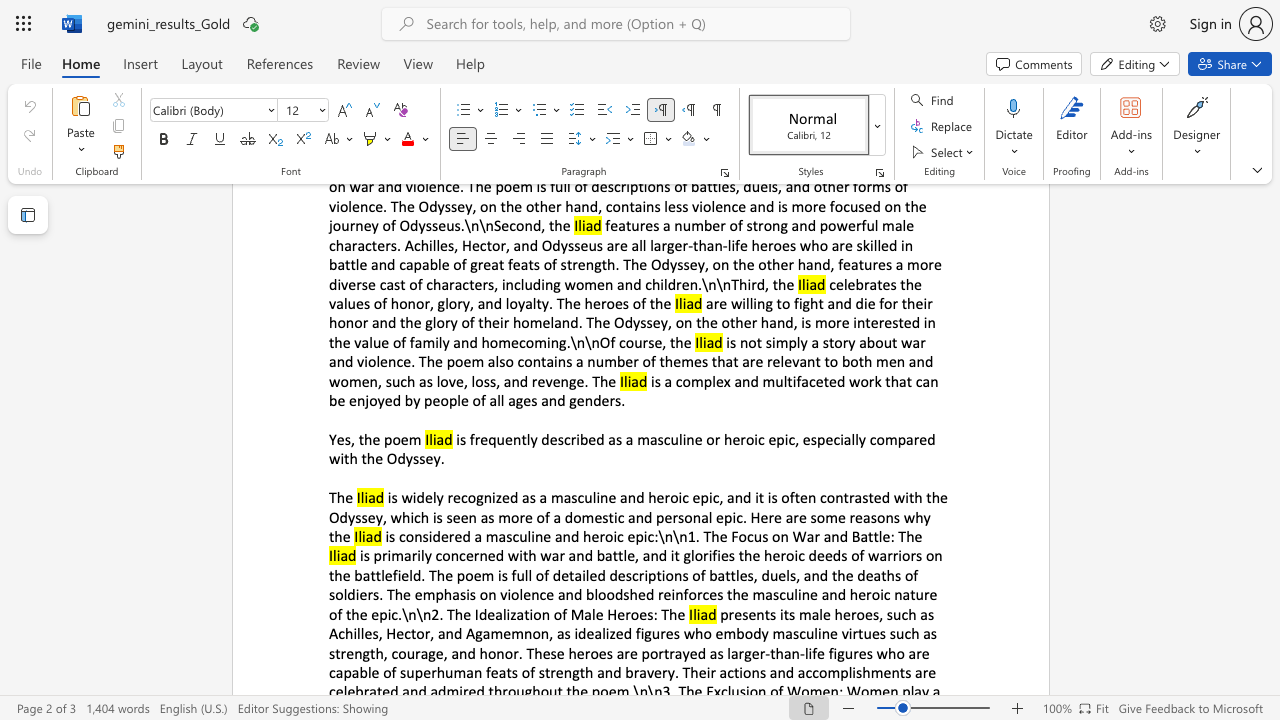  Describe the element at coordinates (400, 438) in the screenshot. I see `the subset text "em" within the text "Yes, the poem"` at that location.